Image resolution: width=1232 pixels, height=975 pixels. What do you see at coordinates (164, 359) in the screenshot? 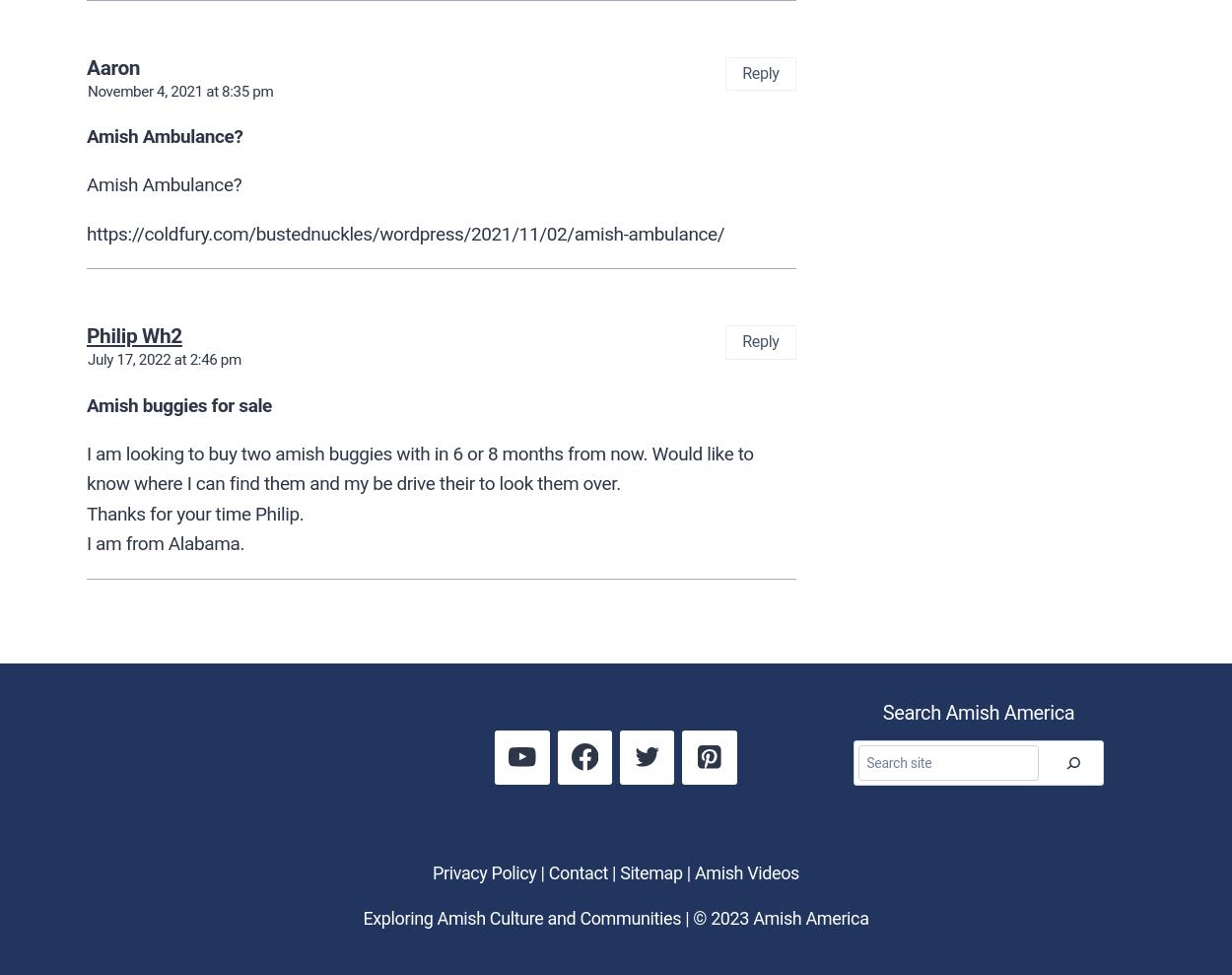
I see `'July 17, 2022 at 2:46 pm'` at bounding box center [164, 359].